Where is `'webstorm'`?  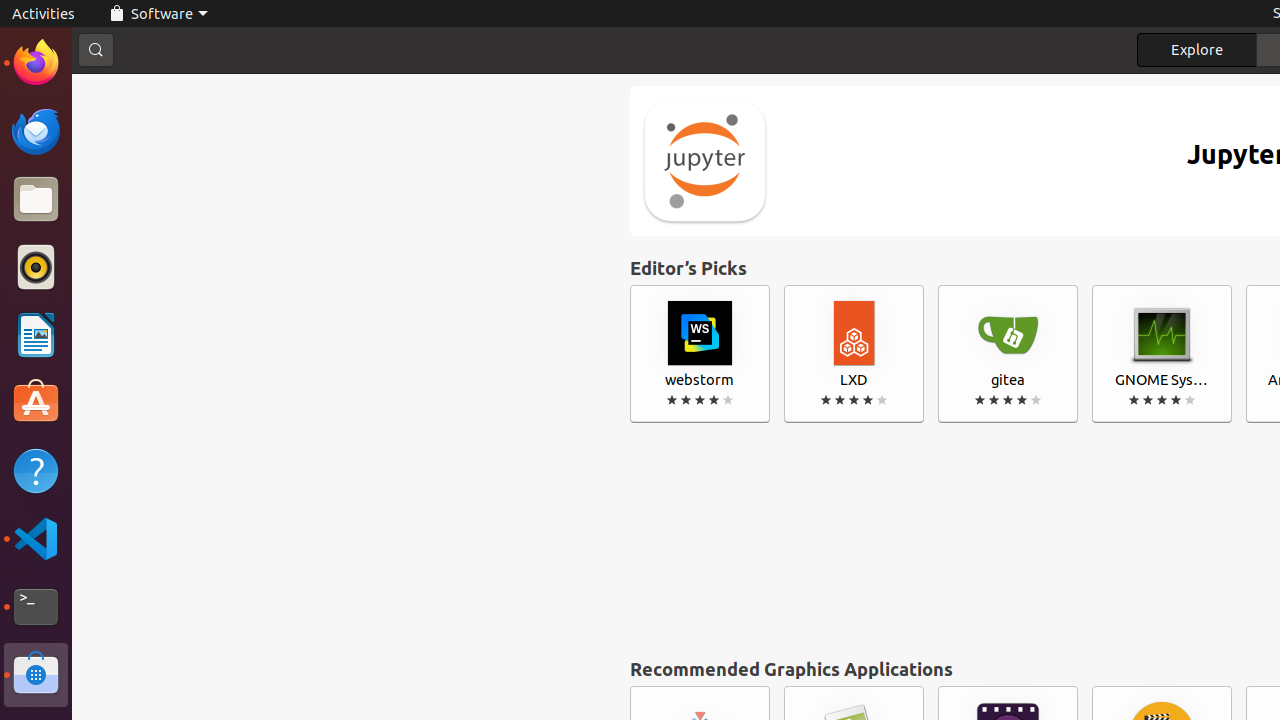
'webstorm' is located at coordinates (700, 353).